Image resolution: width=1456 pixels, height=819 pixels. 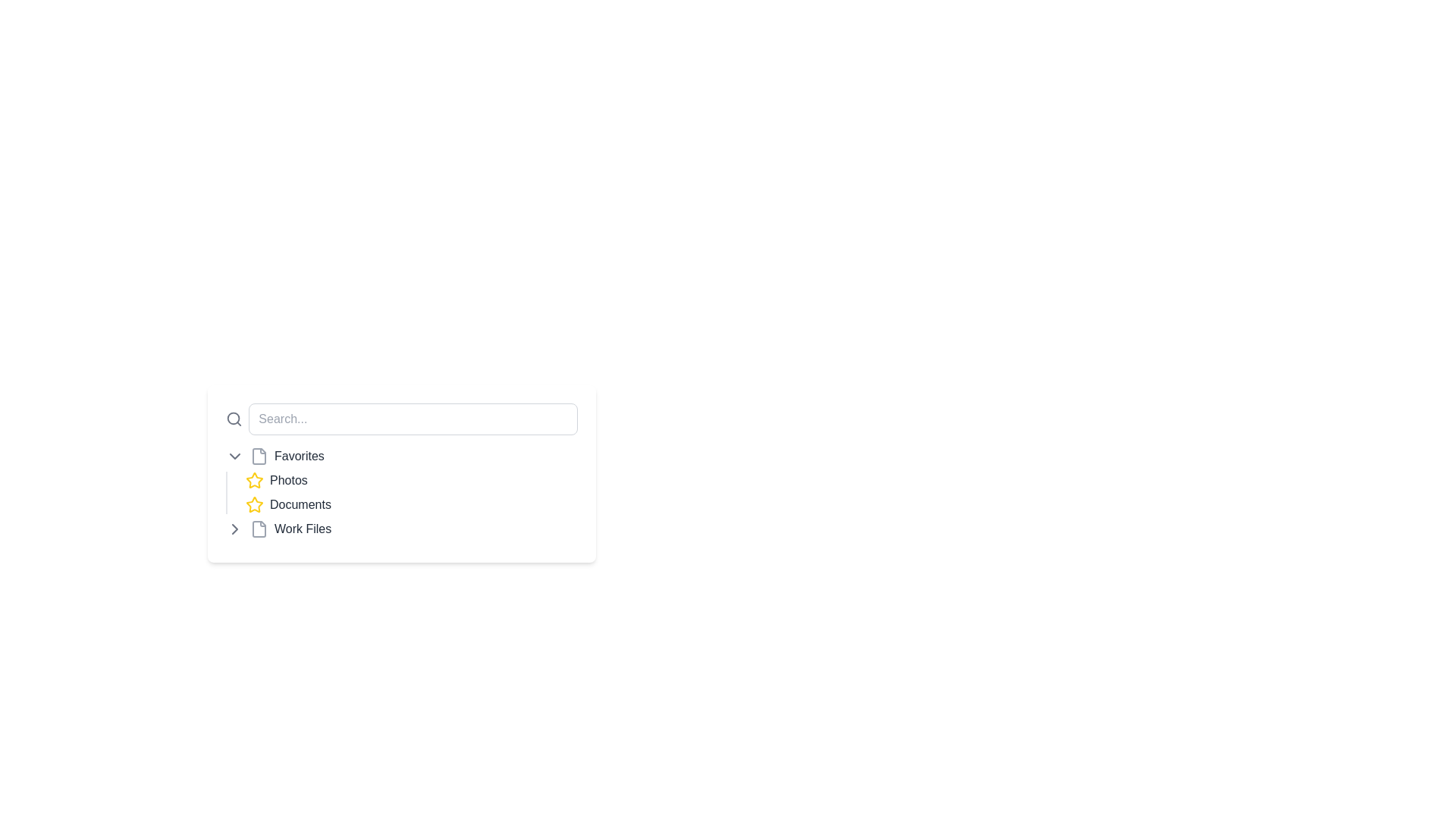 What do you see at coordinates (259, 529) in the screenshot?
I see `the file icon` at bounding box center [259, 529].